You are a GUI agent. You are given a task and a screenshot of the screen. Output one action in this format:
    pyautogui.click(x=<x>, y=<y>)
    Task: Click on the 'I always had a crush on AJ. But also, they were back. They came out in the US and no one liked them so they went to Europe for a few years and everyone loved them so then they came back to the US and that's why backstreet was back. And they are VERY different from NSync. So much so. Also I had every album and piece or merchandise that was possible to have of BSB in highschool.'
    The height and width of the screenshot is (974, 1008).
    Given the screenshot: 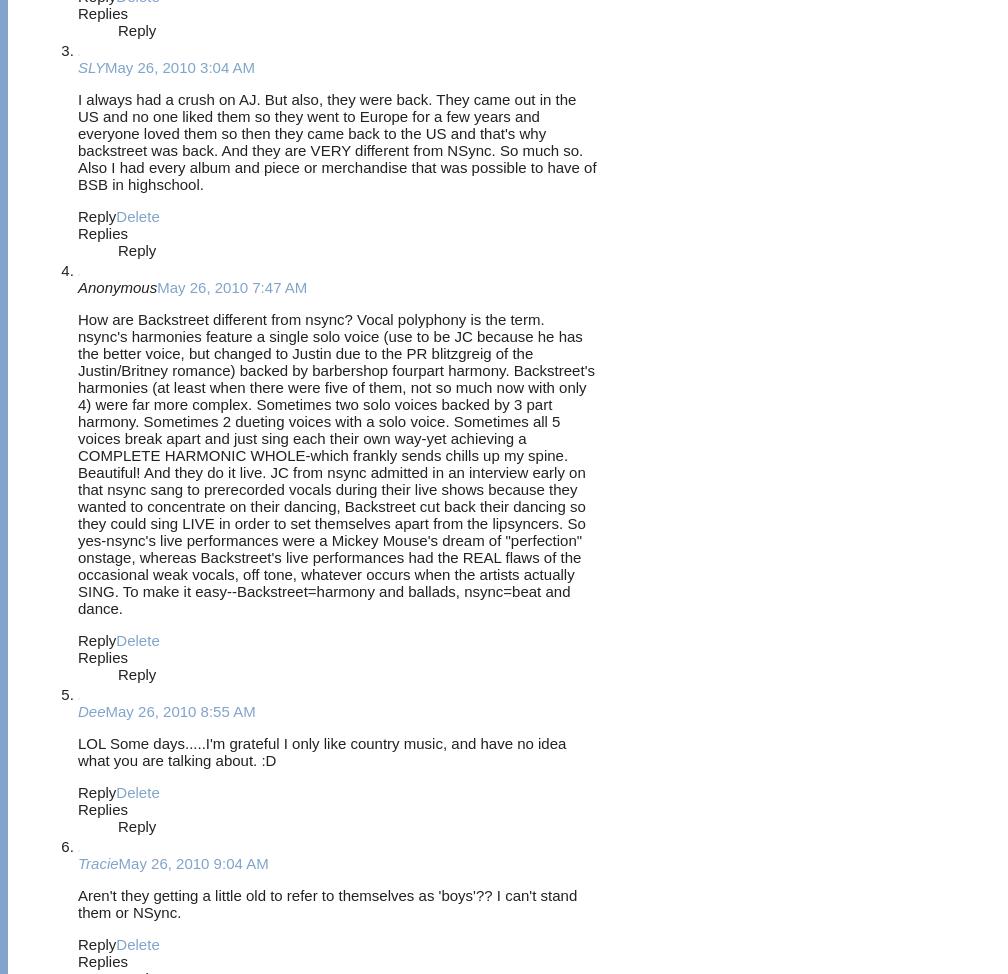 What is the action you would take?
    pyautogui.click(x=78, y=140)
    